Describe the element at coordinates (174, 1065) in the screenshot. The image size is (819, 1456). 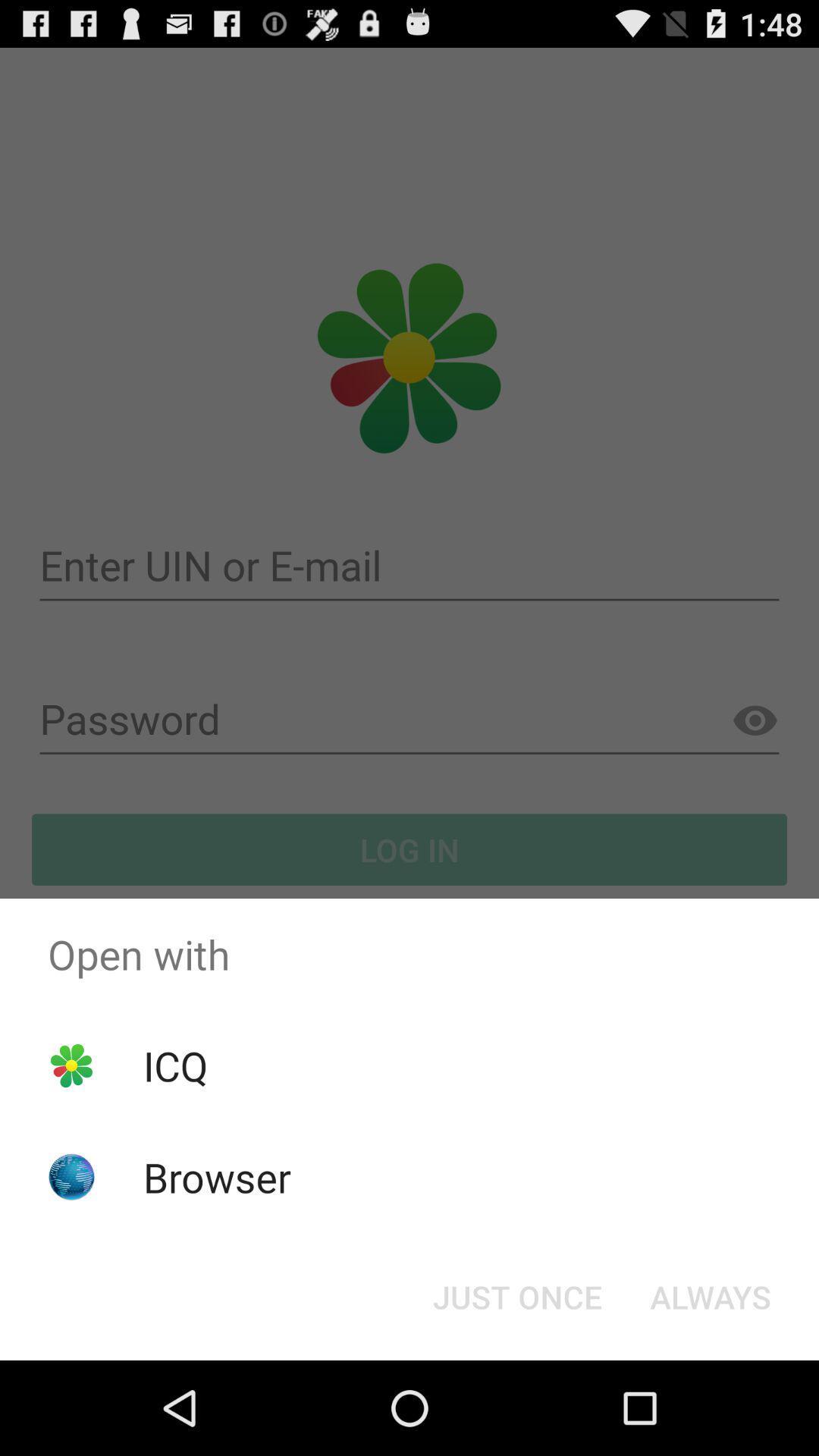
I see `icq` at that location.